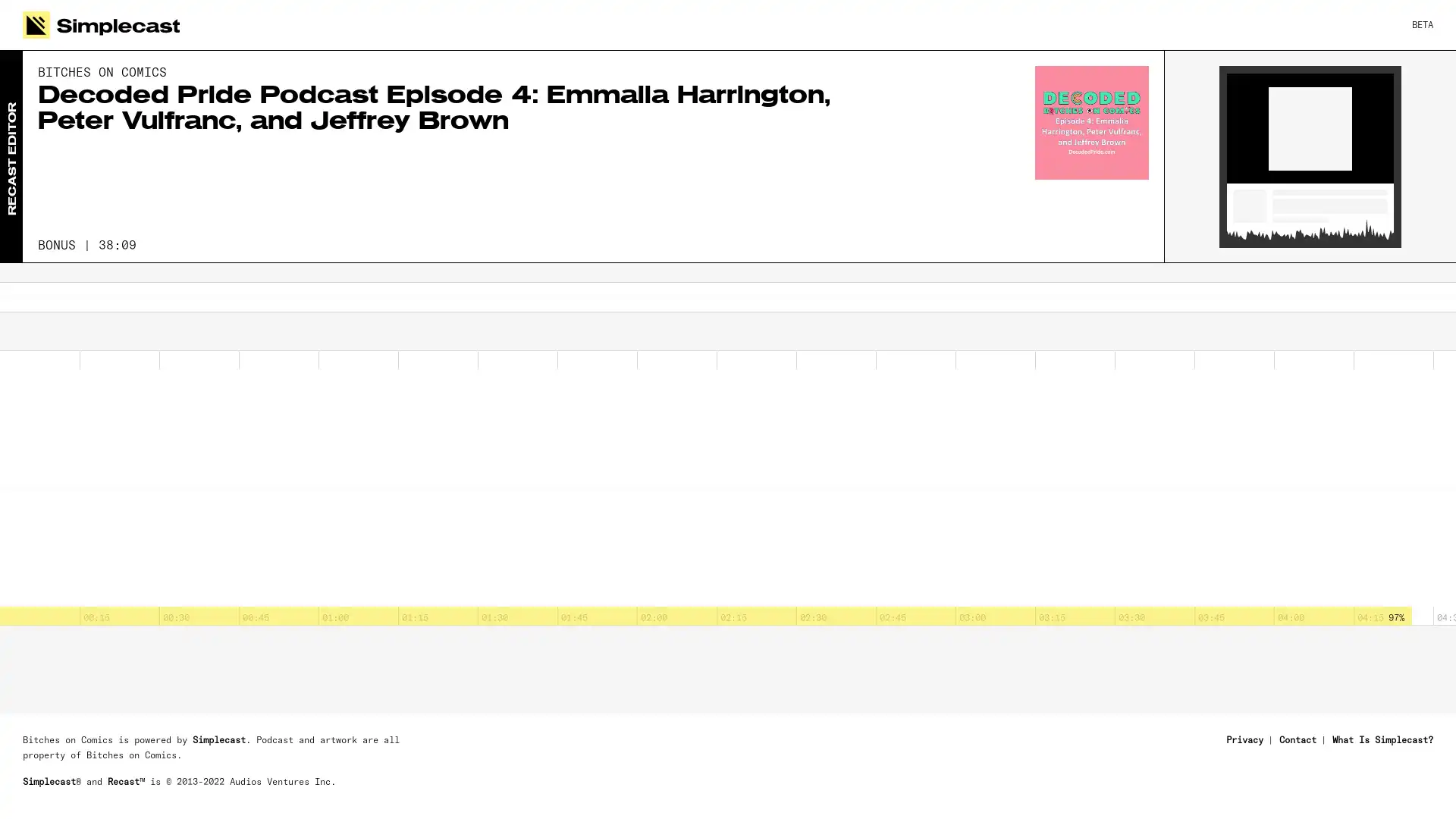 This screenshot has height=819, width=1456. I want to click on 60s, so click(78, 335).